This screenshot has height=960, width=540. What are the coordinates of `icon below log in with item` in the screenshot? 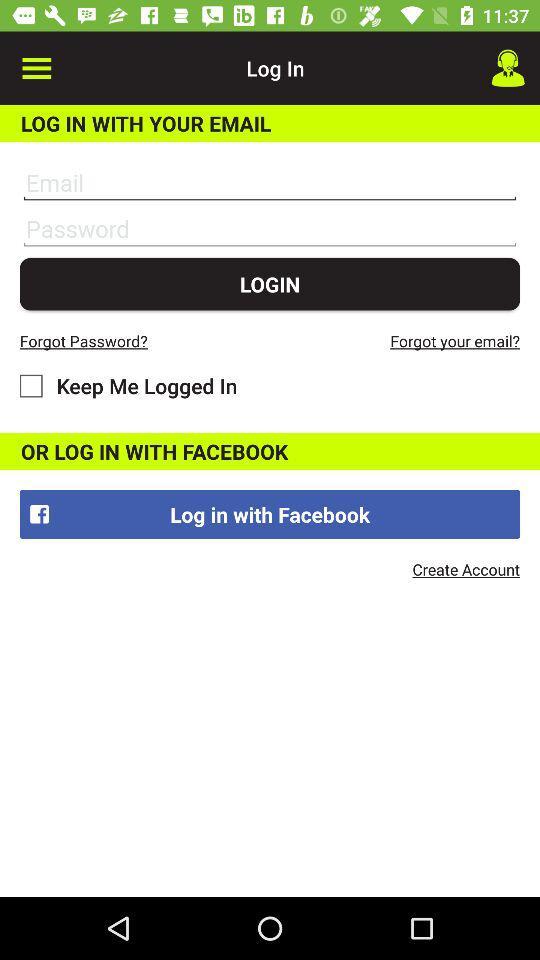 It's located at (466, 569).